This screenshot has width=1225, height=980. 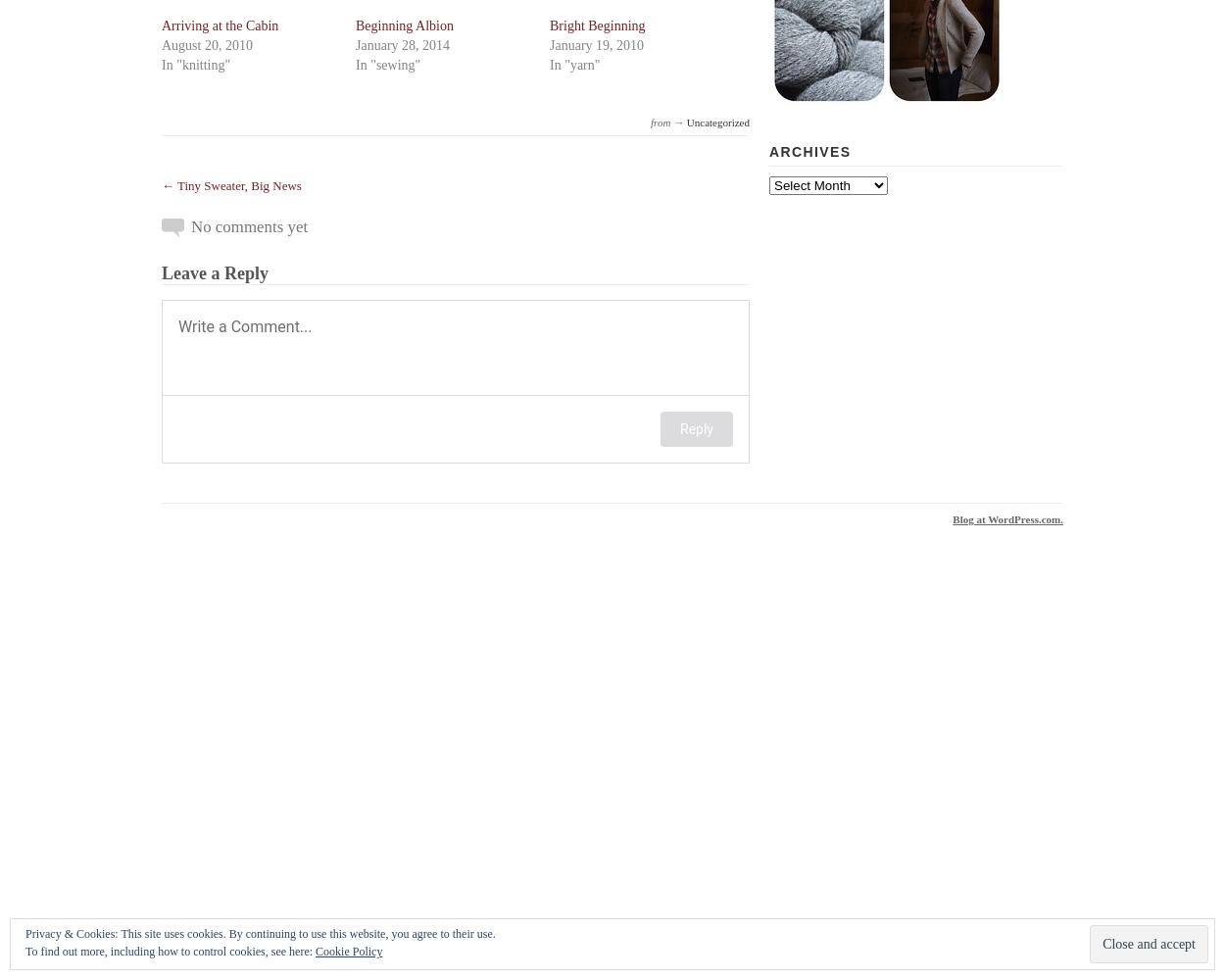 What do you see at coordinates (162, 184) in the screenshot?
I see `'← Tiny Sweater, Big News'` at bounding box center [162, 184].